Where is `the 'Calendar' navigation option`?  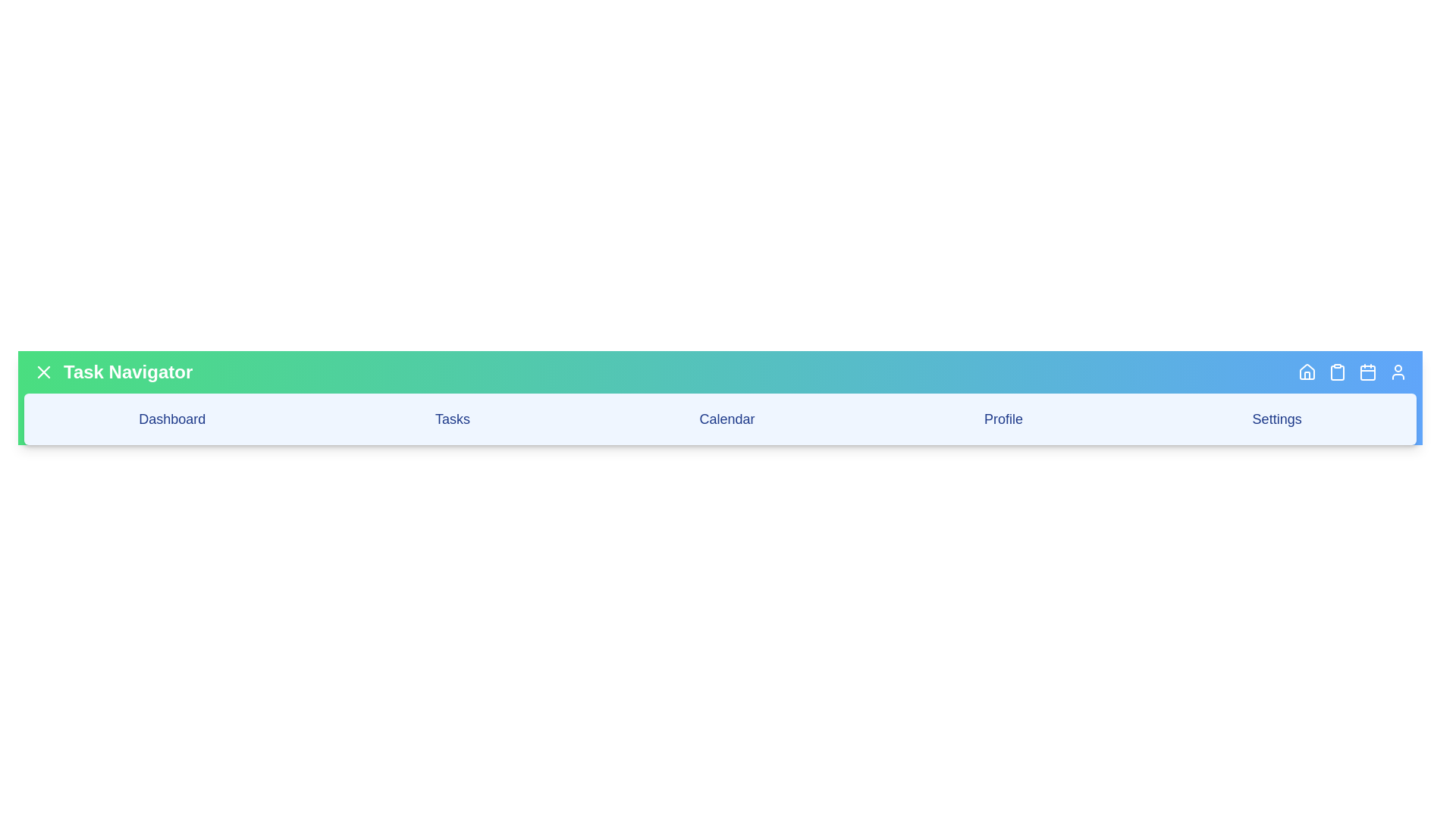 the 'Calendar' navigation option is located at coordinates (726, 419).